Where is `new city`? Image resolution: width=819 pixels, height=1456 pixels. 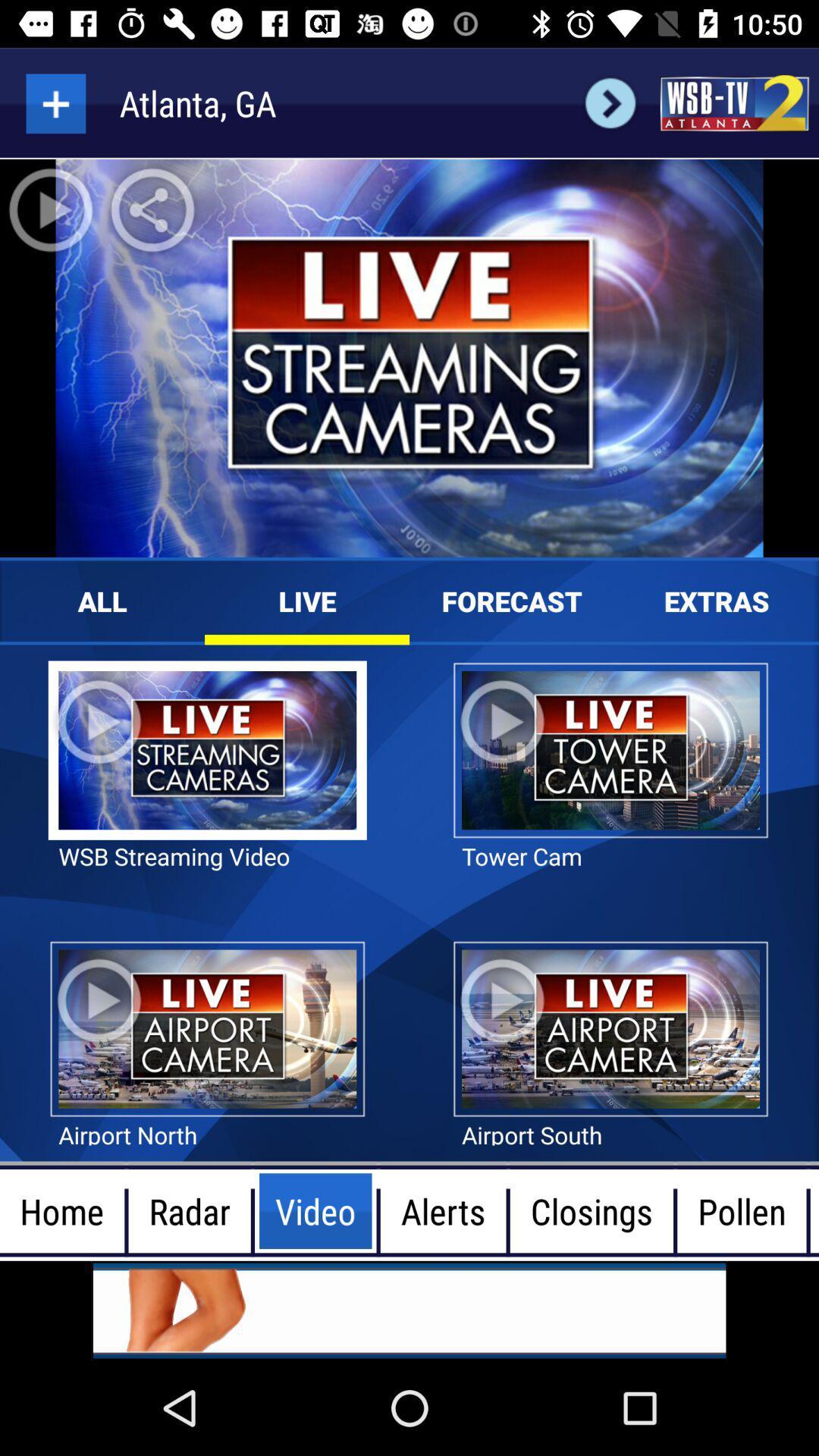
new city is located at coordinates (55, 102).